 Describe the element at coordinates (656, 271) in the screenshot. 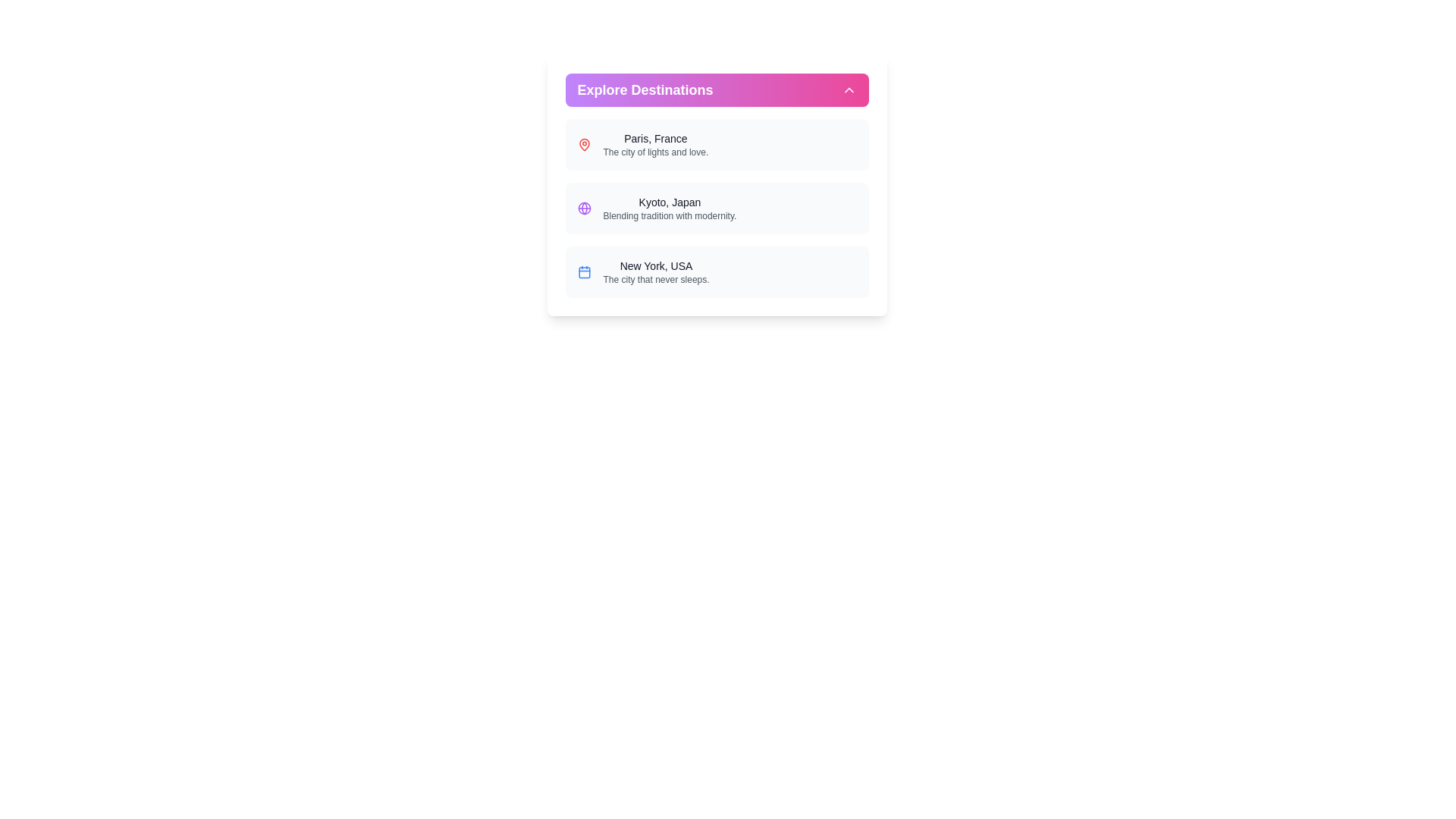

I see `the third text block in the 'Explore Destinations' list, which contains the title and description for a location entry, positioned between 'Kyoto, Japan' and no other entries` at that location.